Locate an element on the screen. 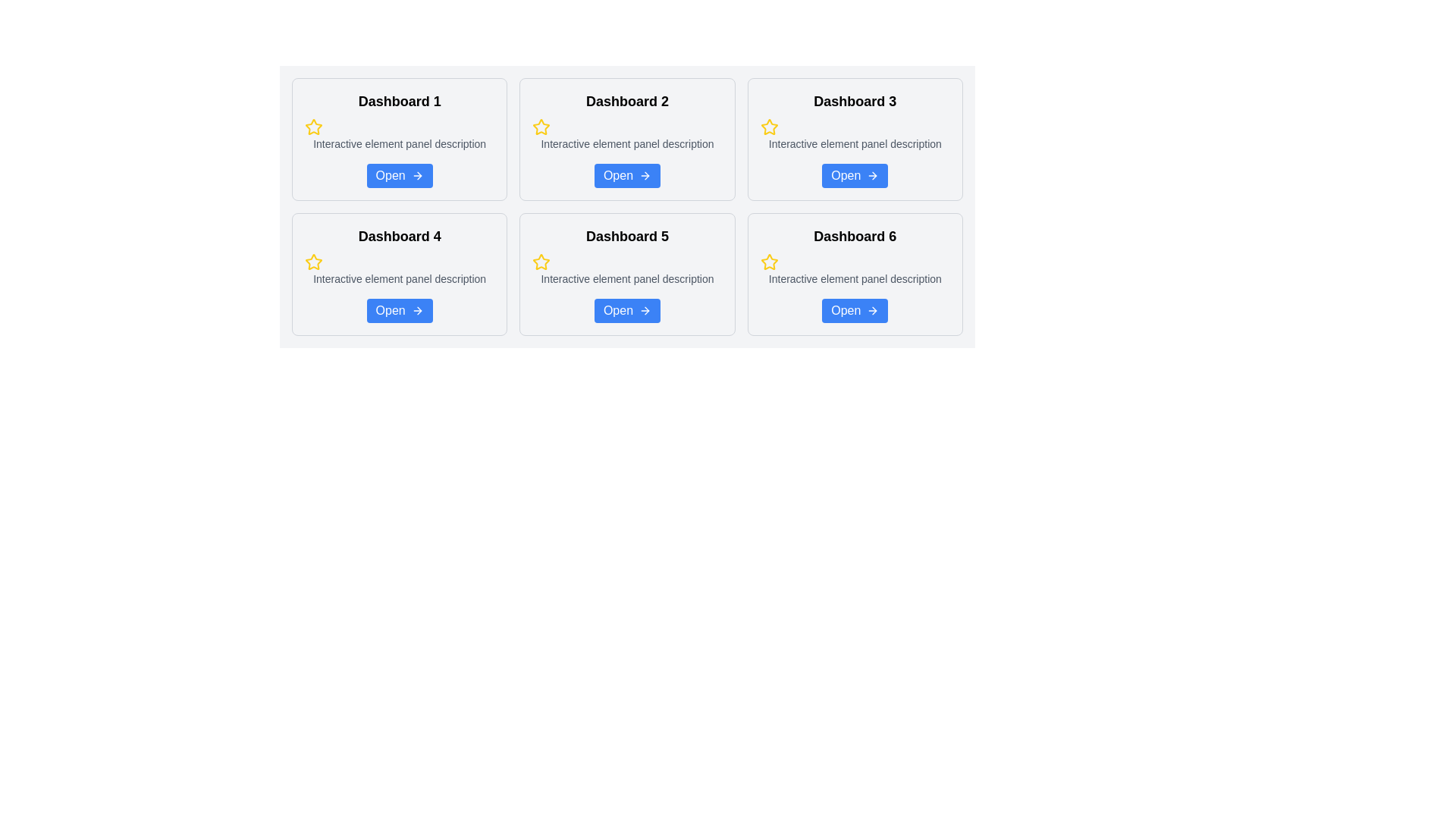 The height and width of the screenshot is (819, 1456). the state change of the 'Open' button in the 'Dashboard 1' card by hovering over the right-facing arrow icon, which is styled in blue with a white fill and a thin border is located at coordinates (417, 174).